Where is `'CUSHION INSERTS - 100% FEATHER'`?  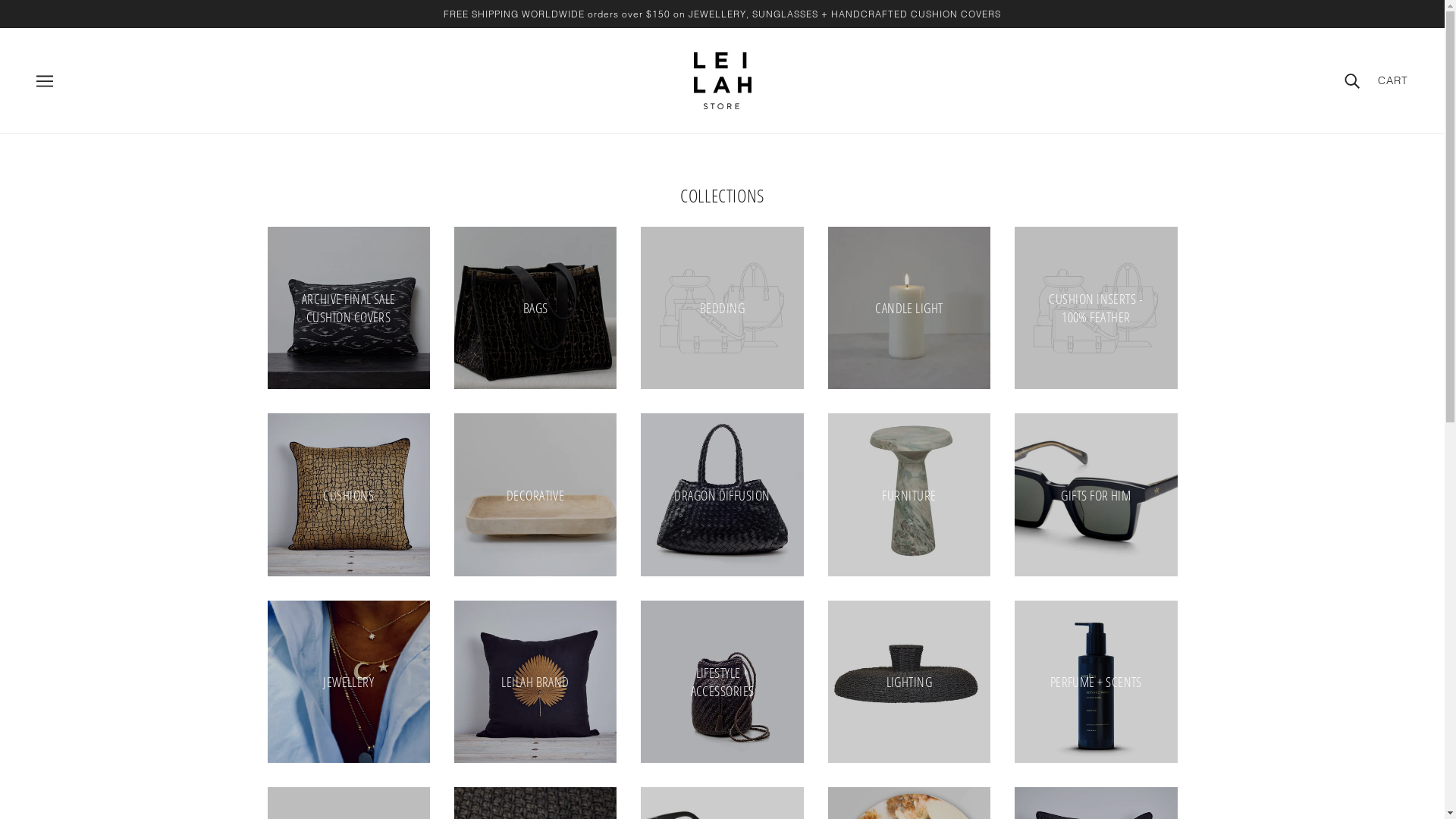
'CUSHION INSERTS - 100% FEATHER' is located at coordinates (1095, 307).